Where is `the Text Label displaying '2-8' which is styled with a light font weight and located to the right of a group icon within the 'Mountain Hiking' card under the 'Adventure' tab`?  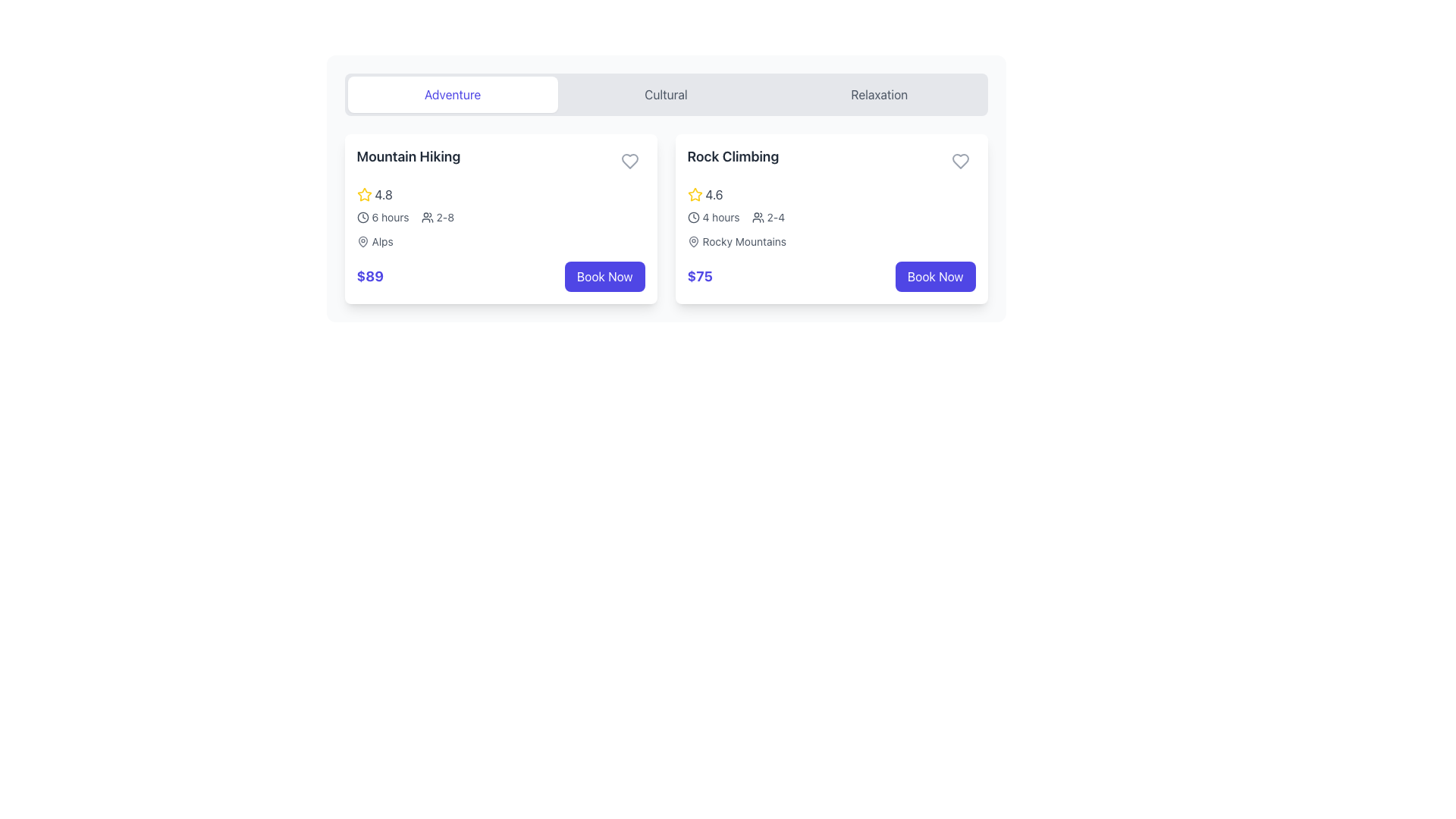
the Text Label displaying '2-8' which is styled with a light font weight and located to the right of a group icon within the 'Mountain Hiking' card under the 'Adventure' tab is located at coordinates (444, 217).